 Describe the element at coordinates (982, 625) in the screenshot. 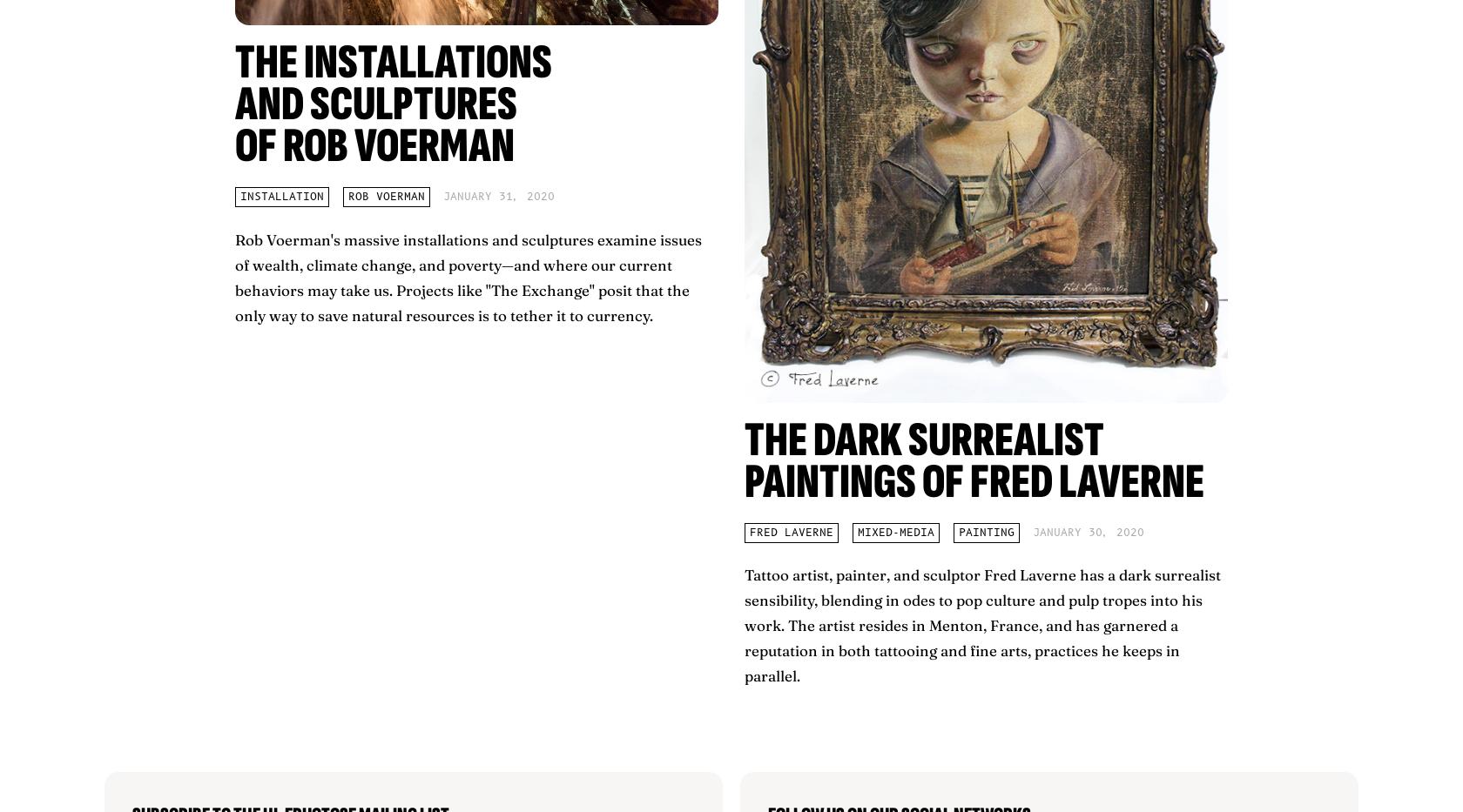

I see `'Tattoo artist, painter, and sculptor Fred Laverne has a dark surrealist sensibility, blending in odes to pop culture and pulp tropes into his work. The artist resides in Menton, France, and has garnered a reputation in both tattooing and fine arts, practices he keeps in parallel.'` at that location.